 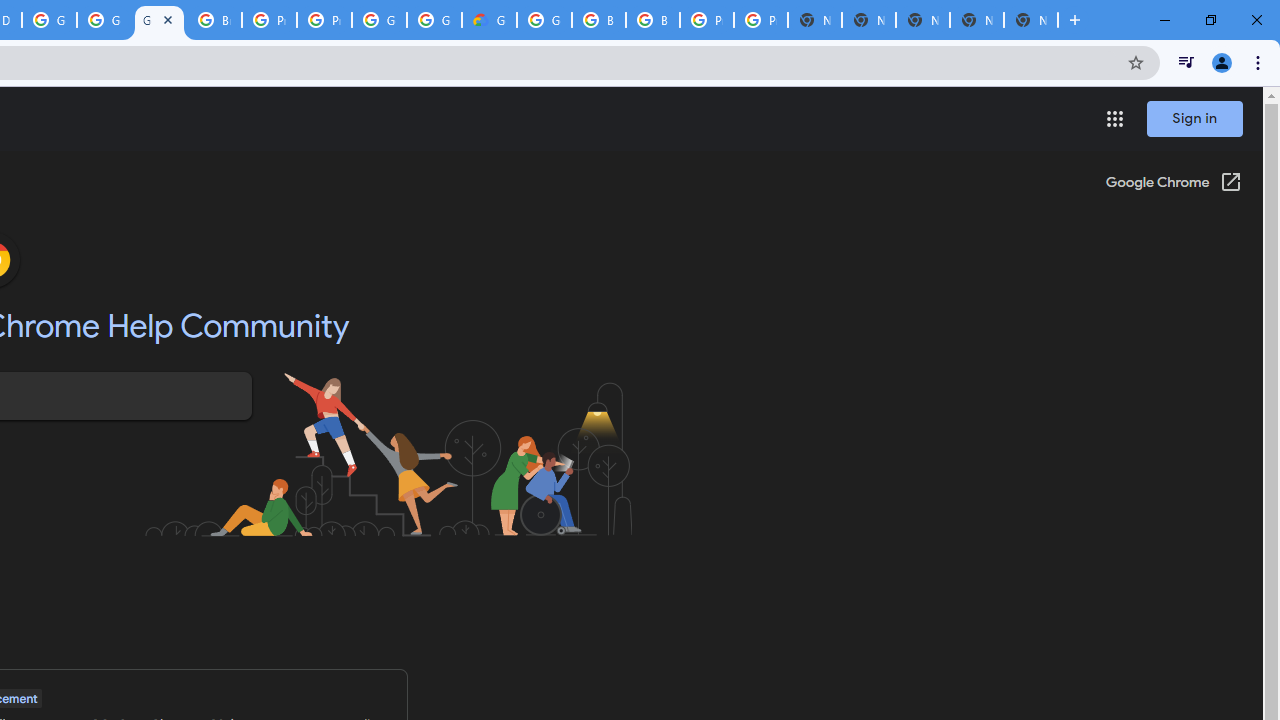 What do you see at coordinates (1113, 119) in the screenshot?
I see `'Google apps'` at bounding box center [1113, 119].